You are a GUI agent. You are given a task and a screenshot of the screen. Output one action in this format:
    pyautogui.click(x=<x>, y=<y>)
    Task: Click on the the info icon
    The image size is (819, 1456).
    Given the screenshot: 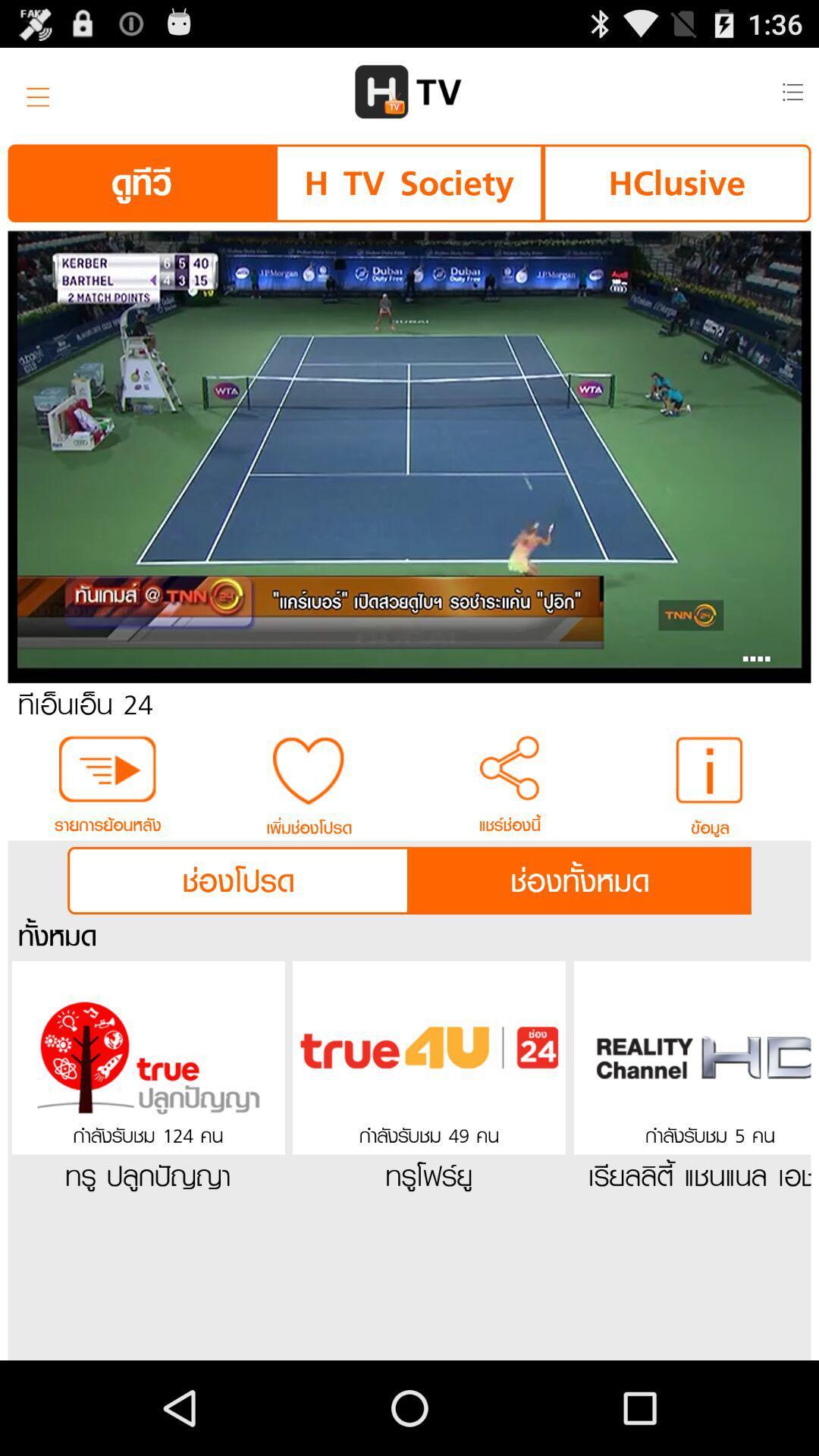 What is the action you would take?
    pyautogui.click(x=711, y=824)
    